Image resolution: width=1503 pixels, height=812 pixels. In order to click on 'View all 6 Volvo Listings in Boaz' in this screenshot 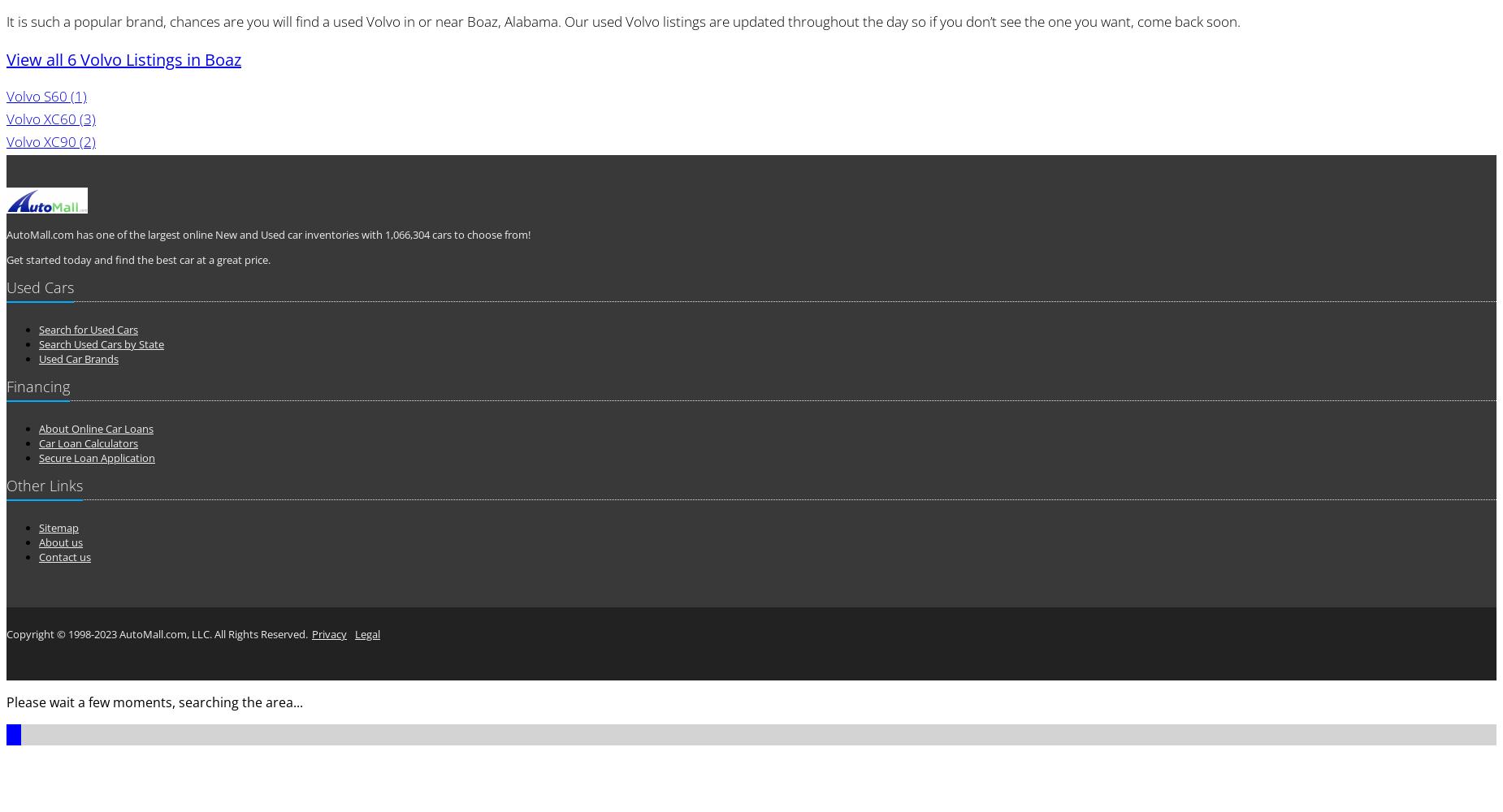, I will do `click(123, 58)`.